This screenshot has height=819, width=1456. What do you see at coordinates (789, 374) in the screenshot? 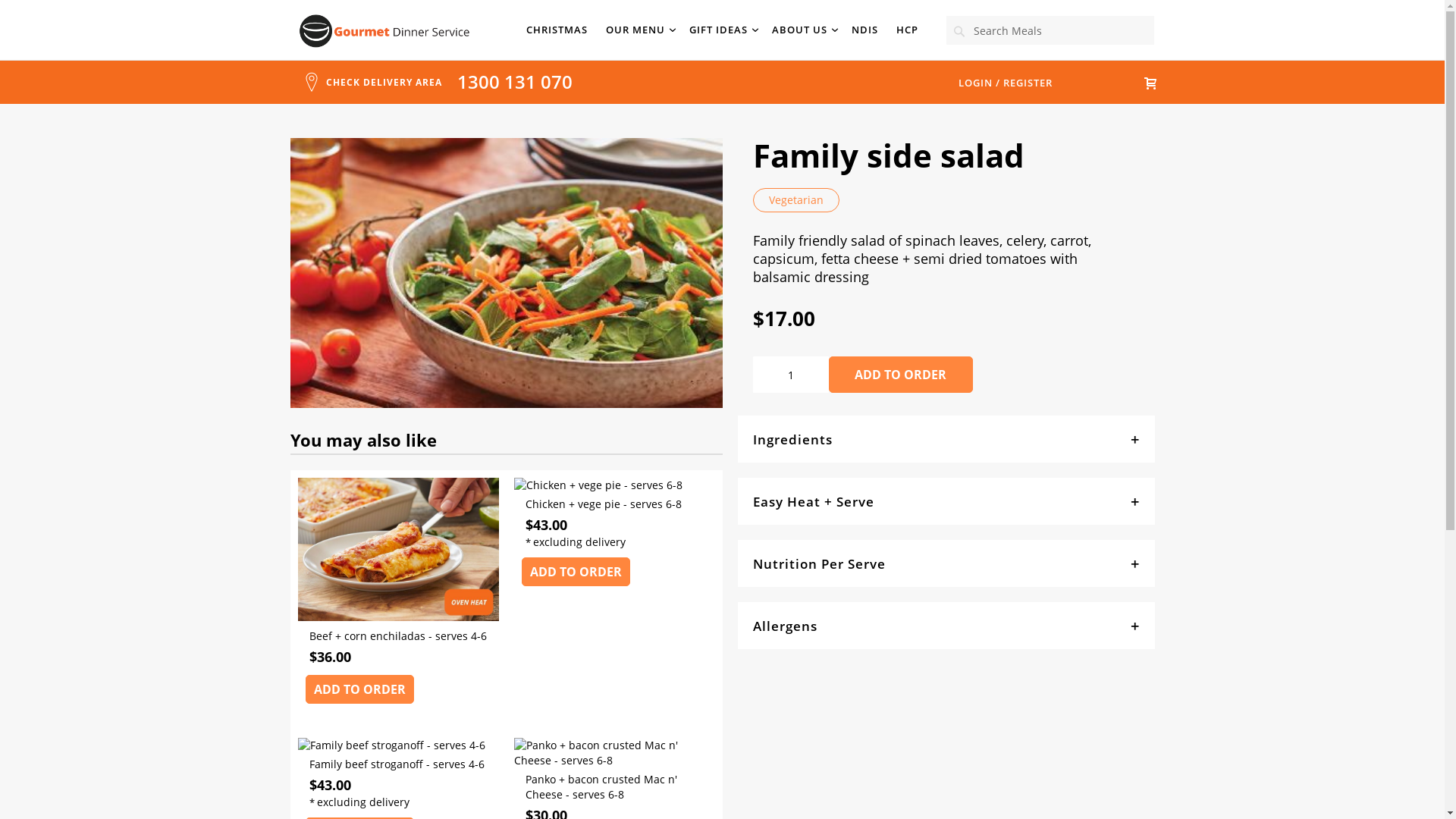
I see `'Qty'` at bounding box center [789, 374].